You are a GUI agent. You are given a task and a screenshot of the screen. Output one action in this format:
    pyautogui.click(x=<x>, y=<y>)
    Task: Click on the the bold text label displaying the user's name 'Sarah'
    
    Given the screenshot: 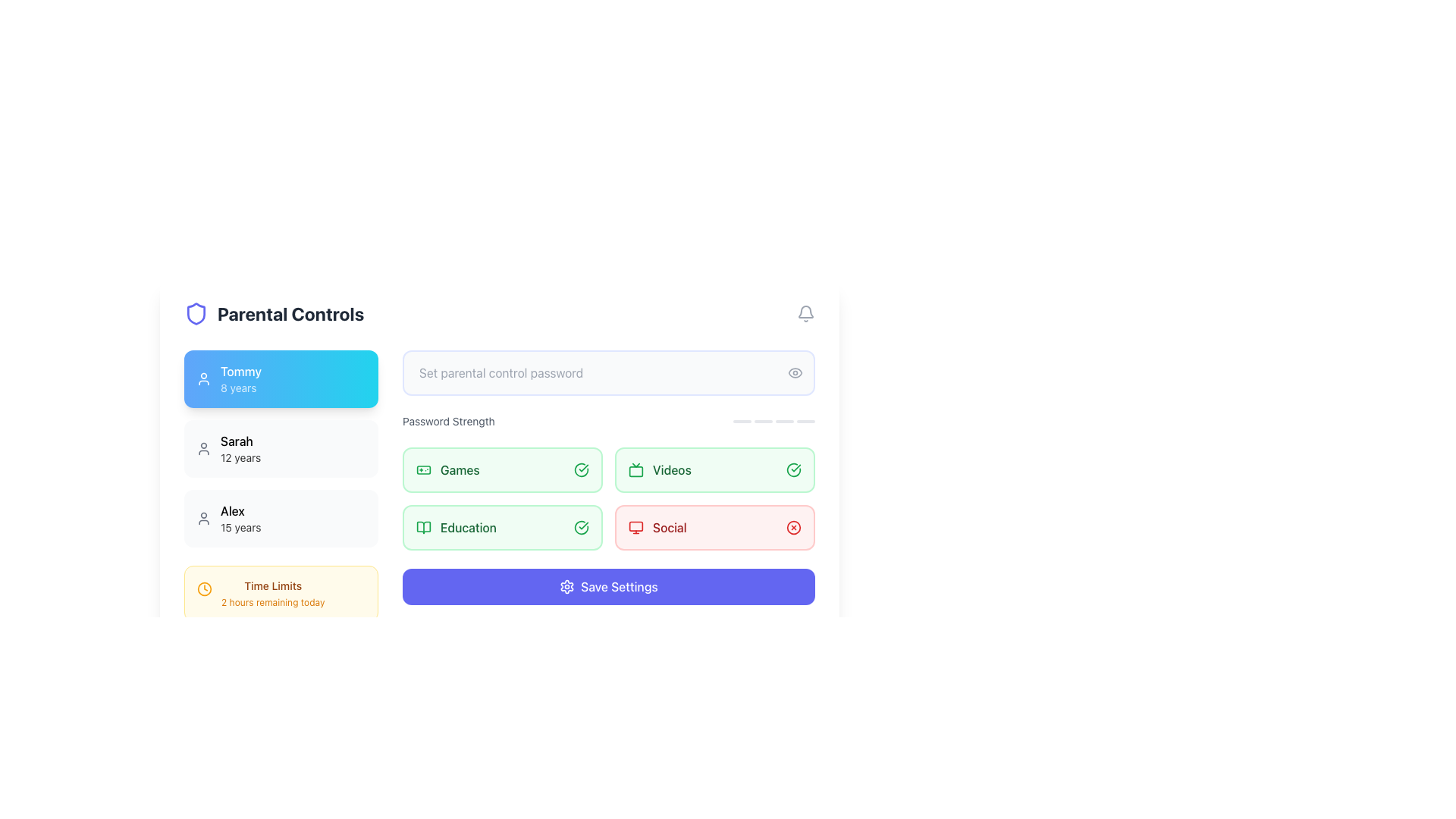 What is the action you would take?
    pyautogui.click(x=240, y=441)
    